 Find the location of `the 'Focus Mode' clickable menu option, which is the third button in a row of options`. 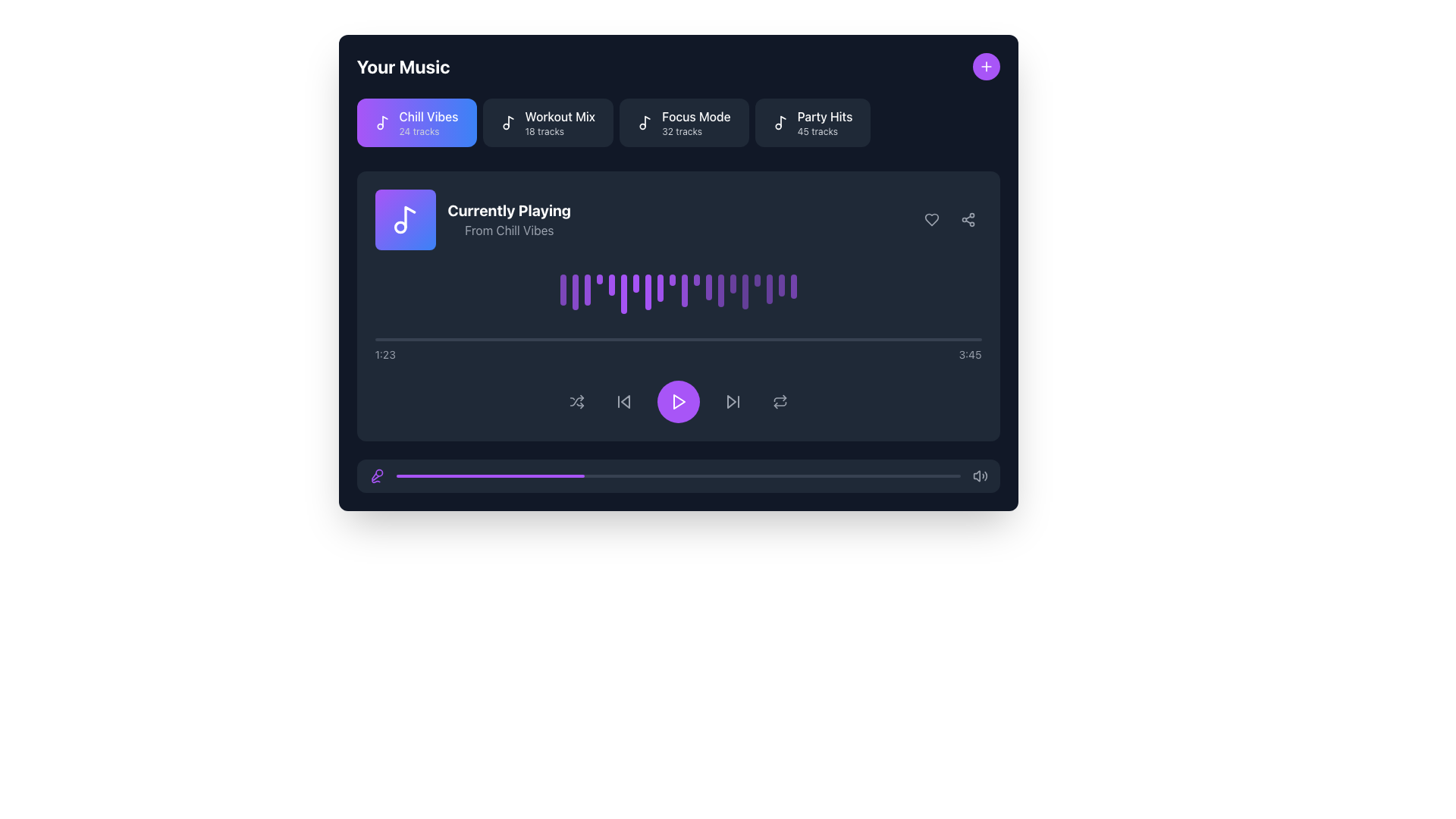

the 'Focus Mode' clickable menu option, which is the third button in a row of options is located at coordinates (695, 122).